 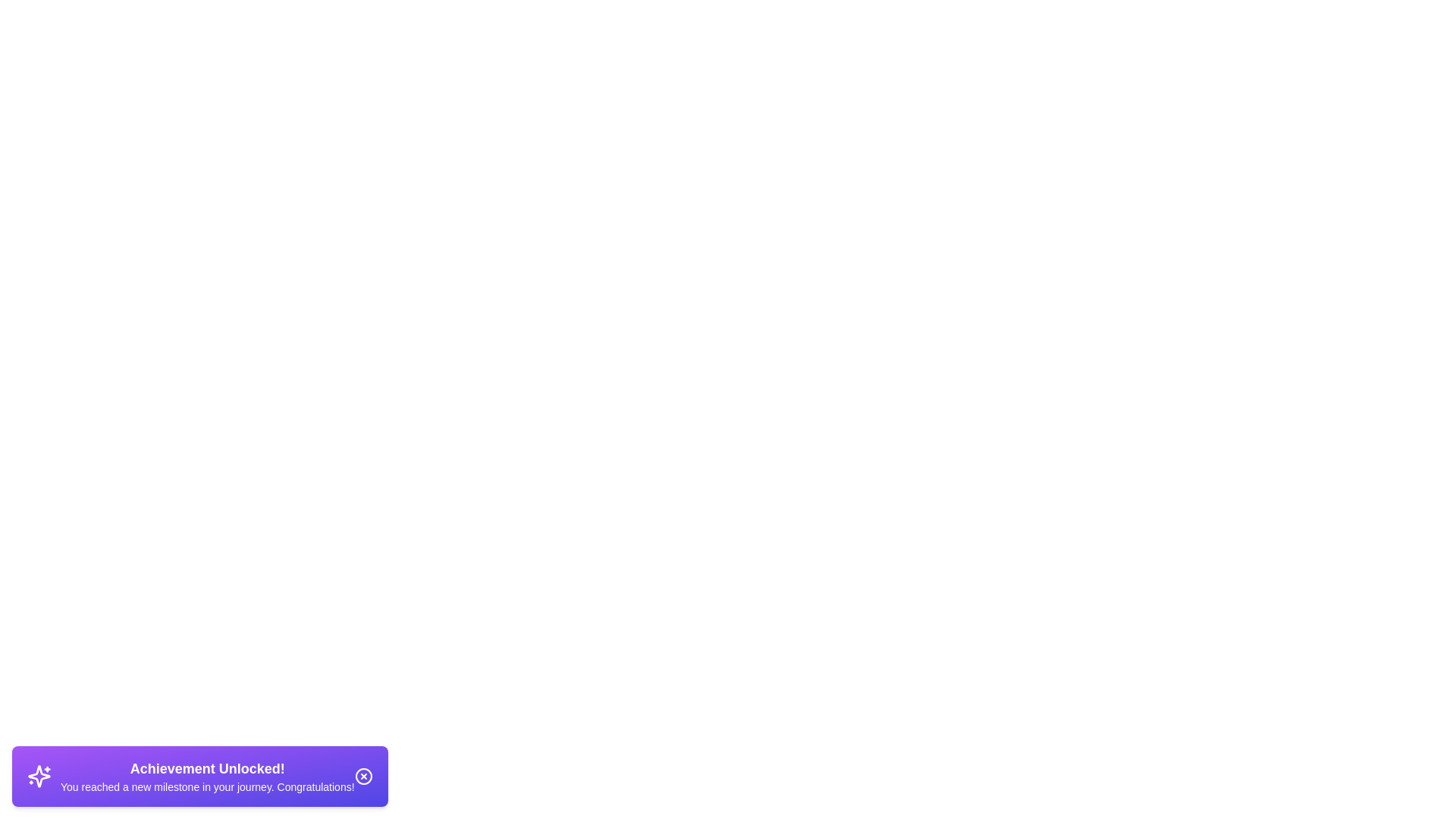 I want to click on the close button to observe hover effects, so click(x=362, y=776).